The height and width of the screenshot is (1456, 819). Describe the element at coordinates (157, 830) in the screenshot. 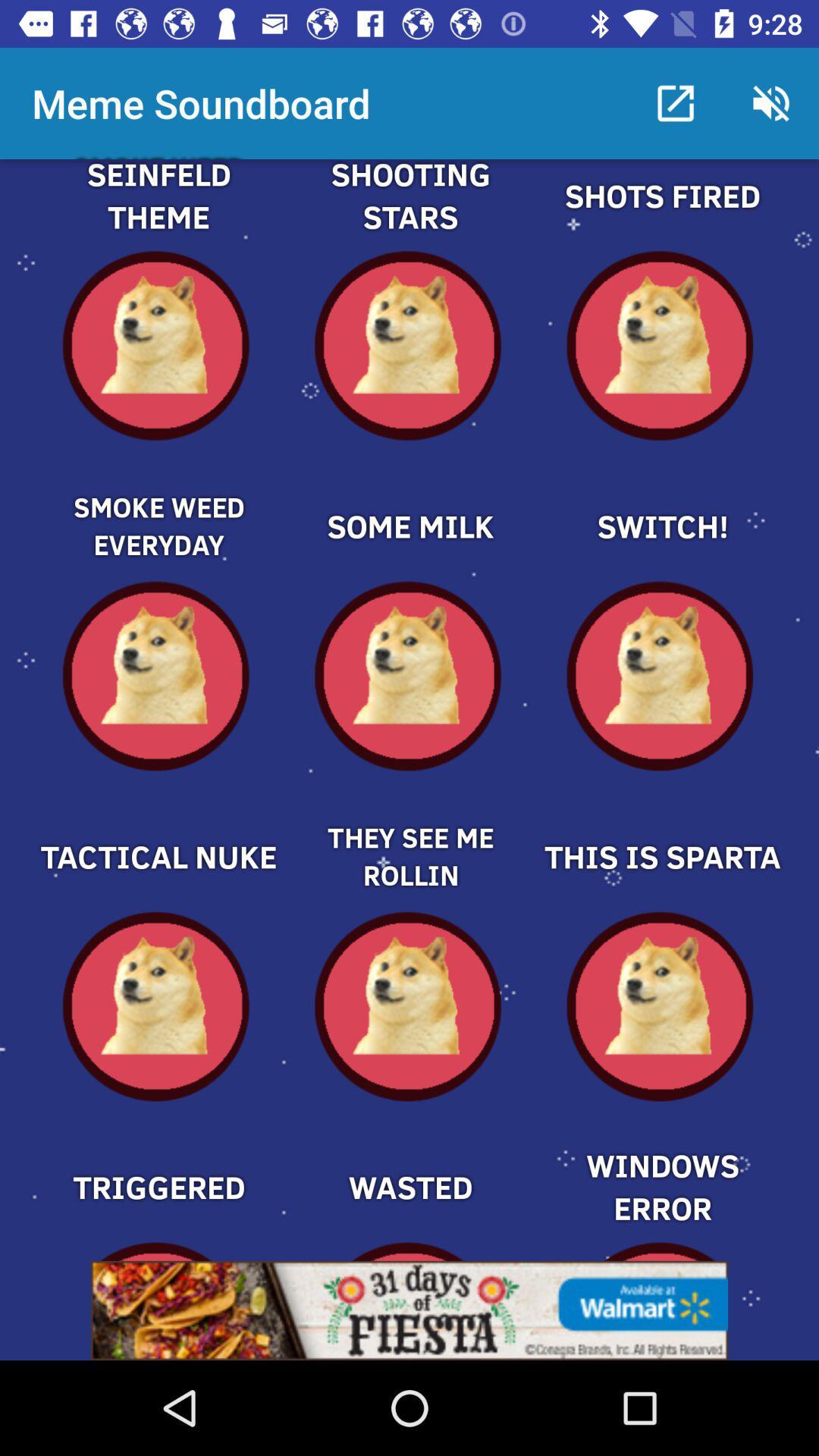

I see `tactical nuke` at that location.